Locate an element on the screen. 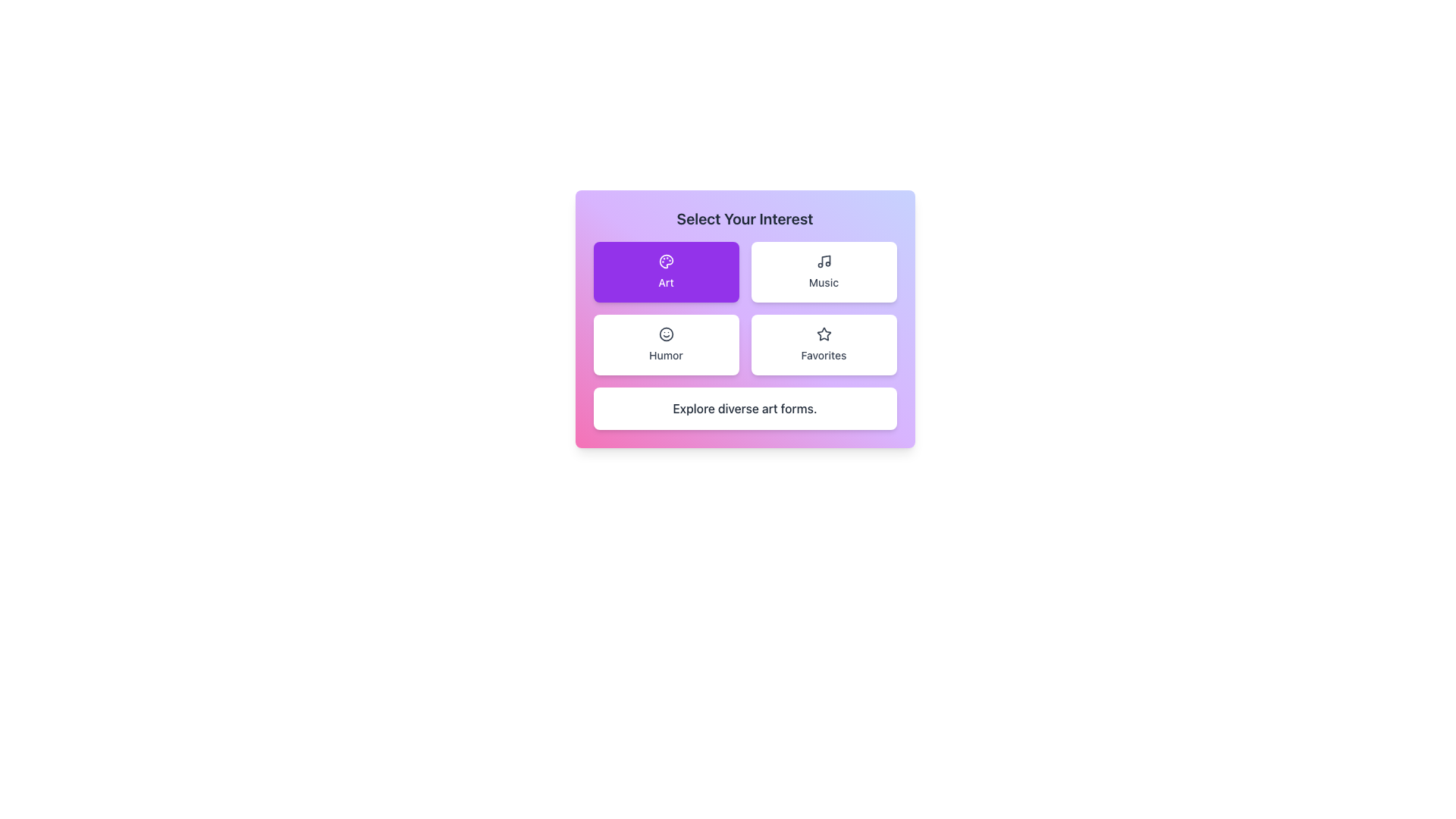  the star-shaped icon in the 'Favorites' section is located at coordinates (823, 333).